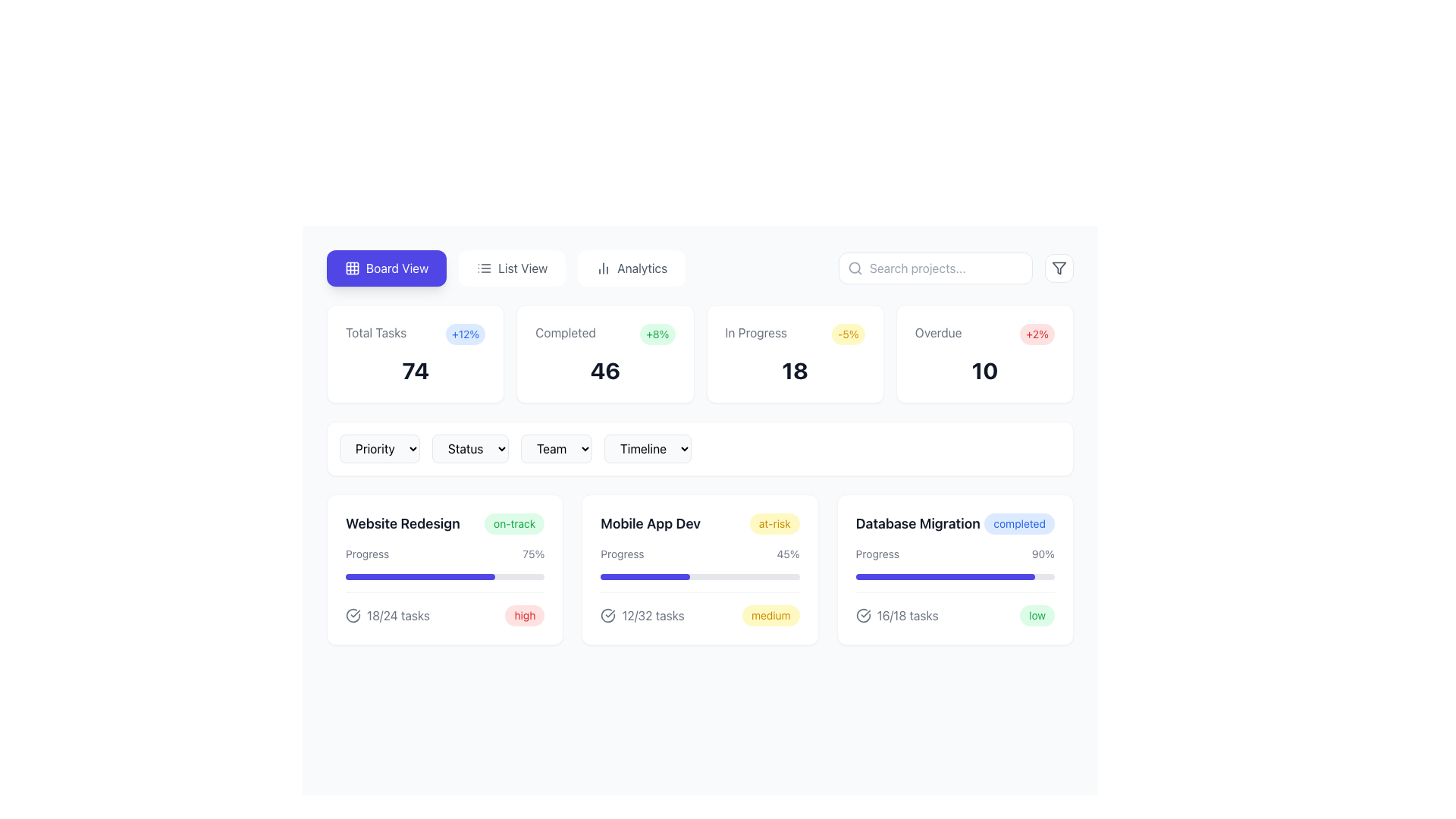 The width and height of the screenshot is (1456, 819). Describe the element at coordinates (794, 371) in the screenshot. I see `the card labeled 'In Progress -5%' that prominently displays the number '18' in bold, dark gray text at the center-bottom of the card` at that location.